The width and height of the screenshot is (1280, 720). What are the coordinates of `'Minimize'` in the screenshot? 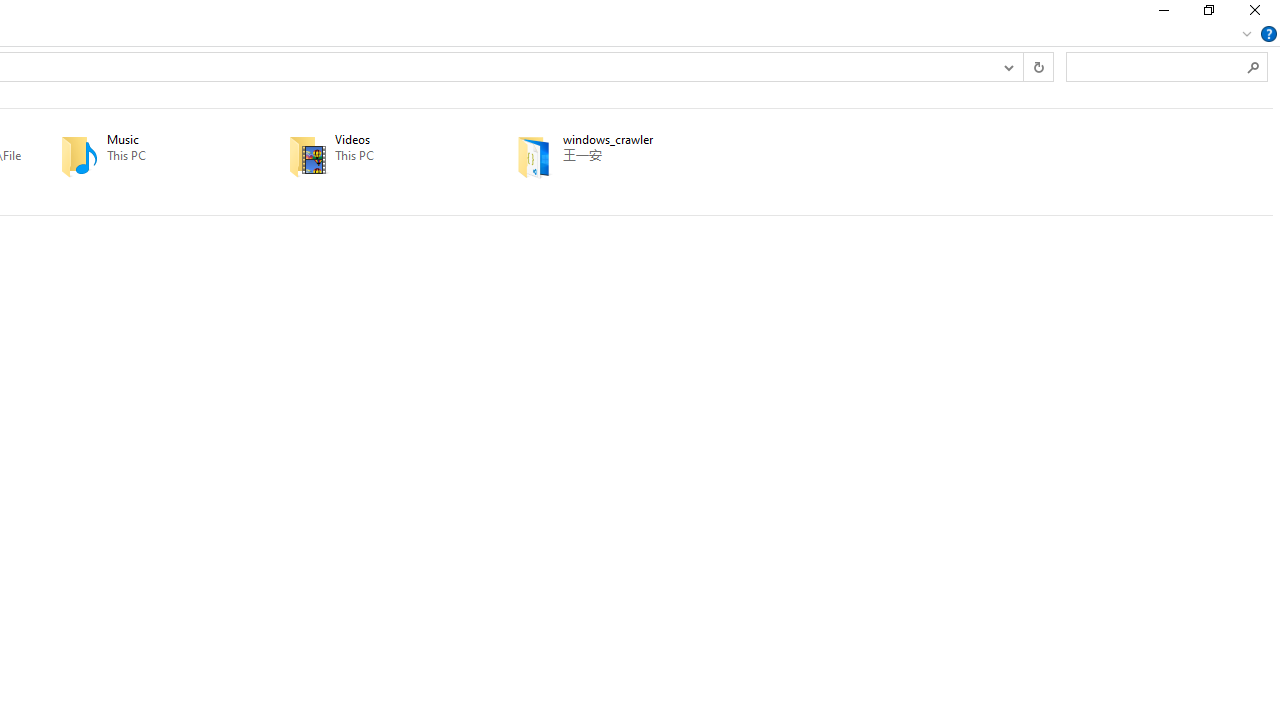 It's located at (1162, 15).